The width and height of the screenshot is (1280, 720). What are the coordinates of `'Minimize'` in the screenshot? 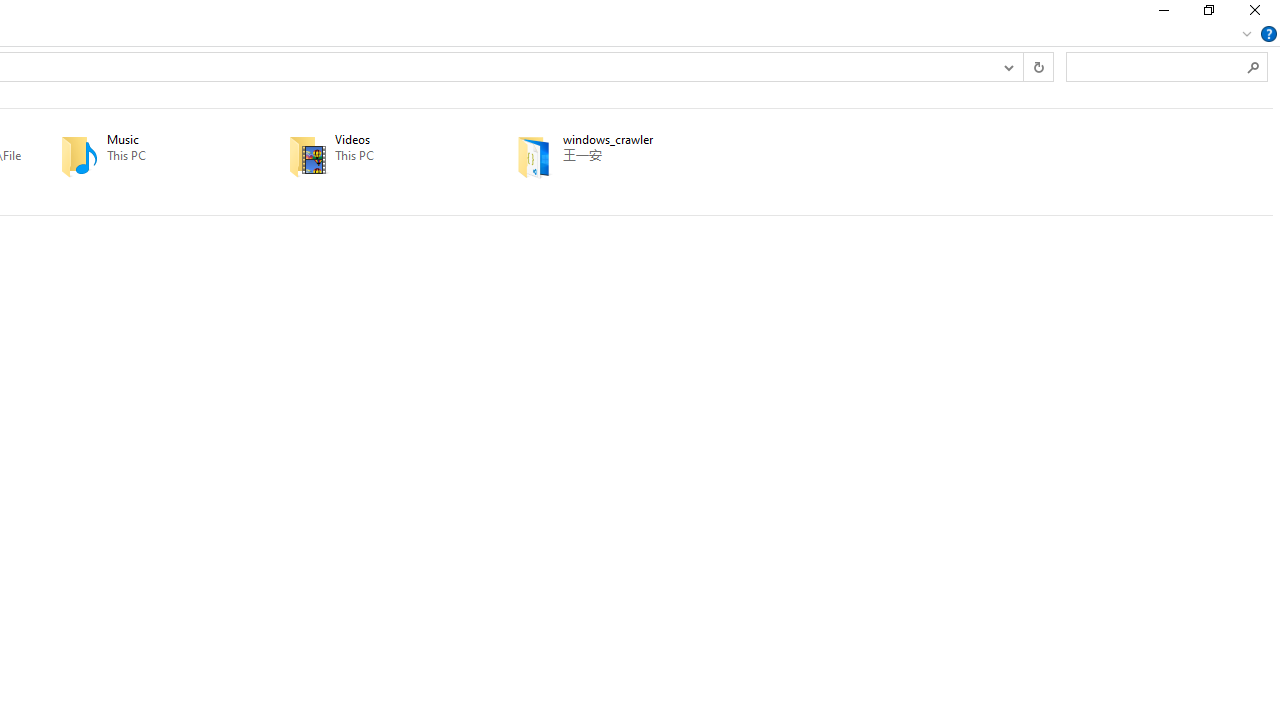 It's located at (1162, 15).